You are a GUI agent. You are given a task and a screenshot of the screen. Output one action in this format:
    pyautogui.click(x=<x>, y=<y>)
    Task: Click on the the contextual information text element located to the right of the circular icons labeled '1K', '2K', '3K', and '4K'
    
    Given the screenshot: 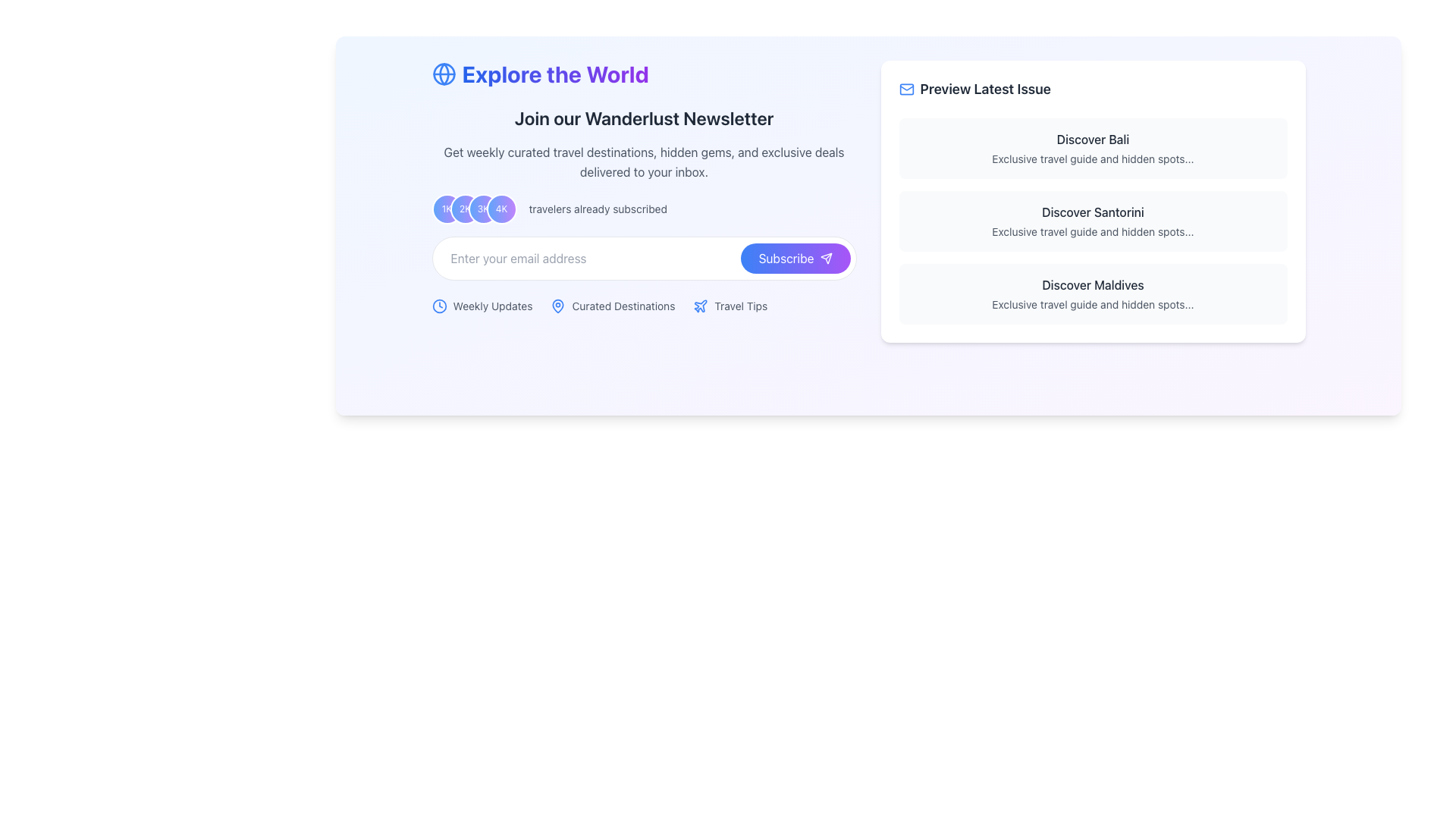 What is the action you would take?
    pyautogui.click(x=597, y=209)
    